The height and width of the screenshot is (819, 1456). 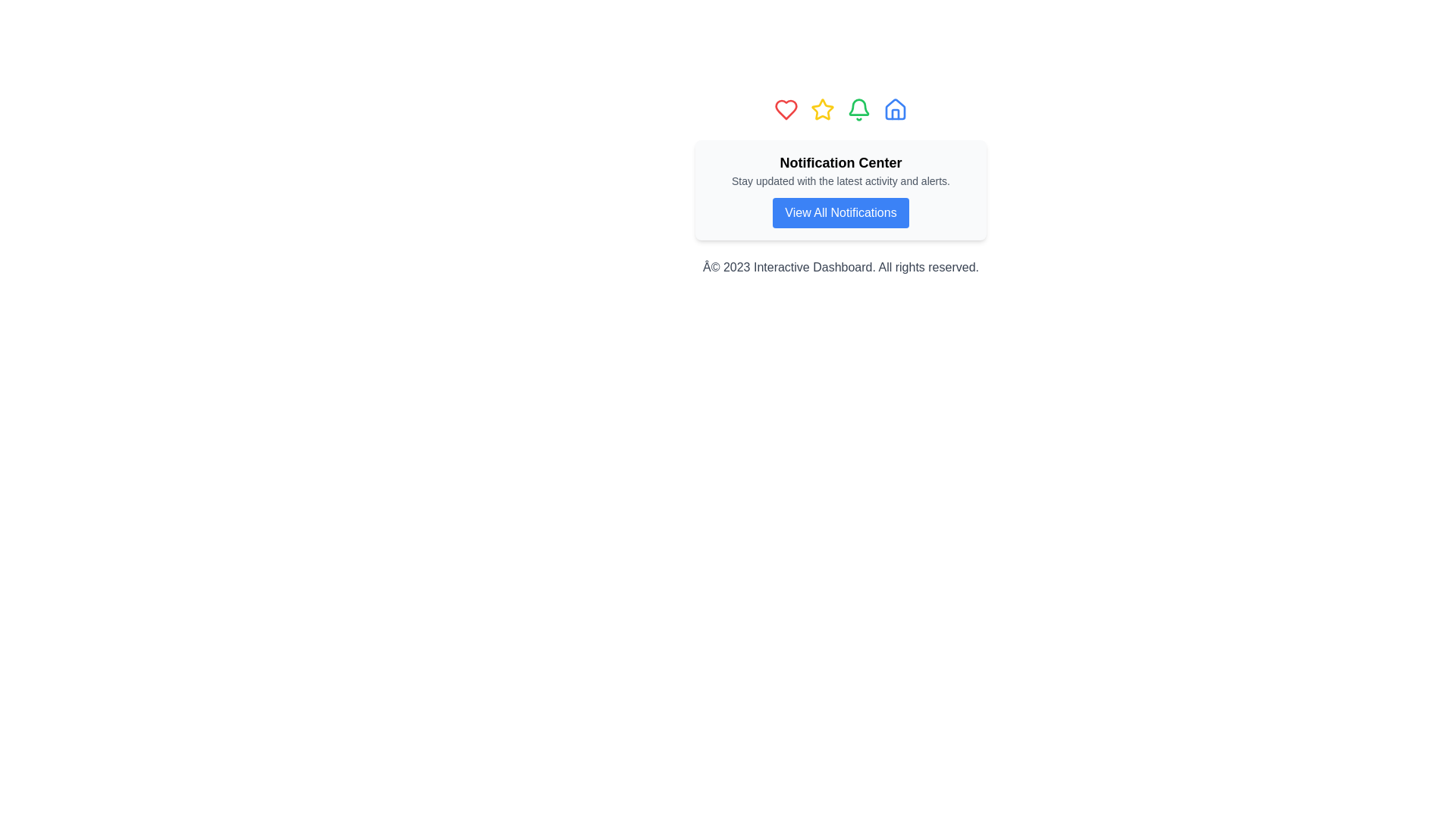 What do you see at coordinates (839, 267) in the screenshot?
I see `the footer text stating 'Â© 2023 Interactive Dashboard. All rights reserved.' which is styled in gray and located at the bottom of the Notification Center section` at bounding box center [839, 267].